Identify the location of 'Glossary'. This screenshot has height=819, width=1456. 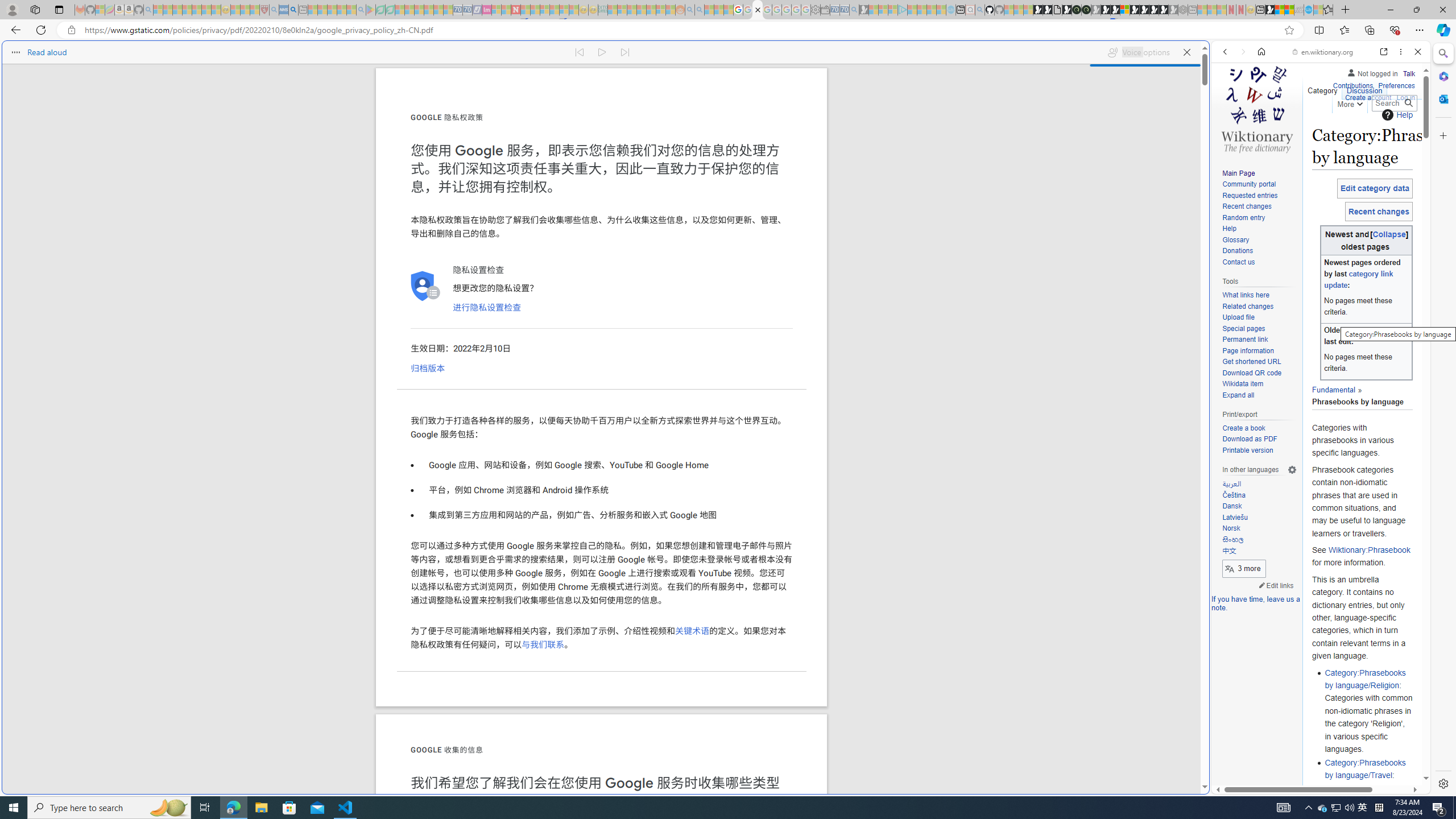
(1235, 239).